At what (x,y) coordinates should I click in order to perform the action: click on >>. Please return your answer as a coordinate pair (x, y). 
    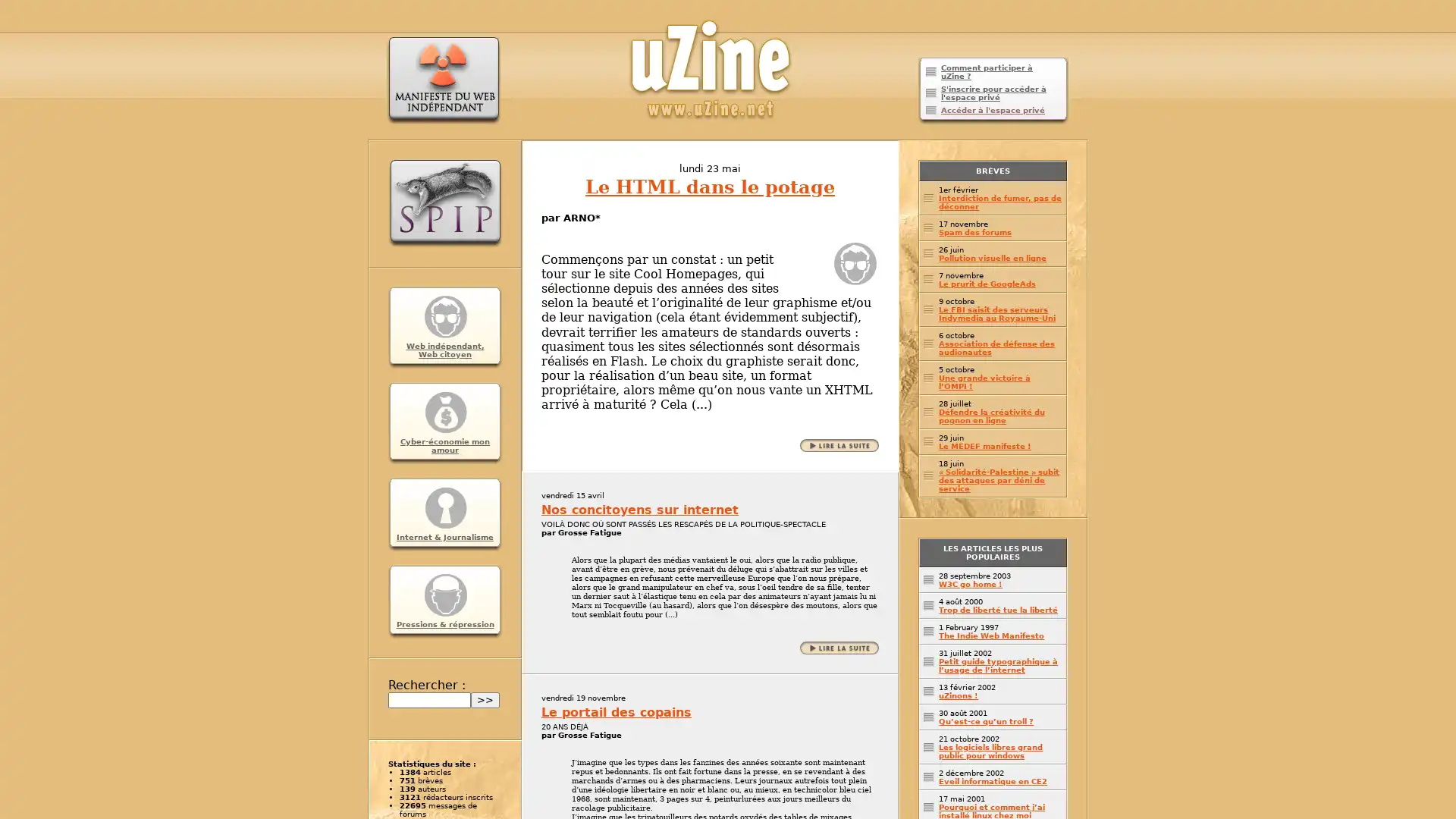
    Looking at the image, I should click on (484, 700).